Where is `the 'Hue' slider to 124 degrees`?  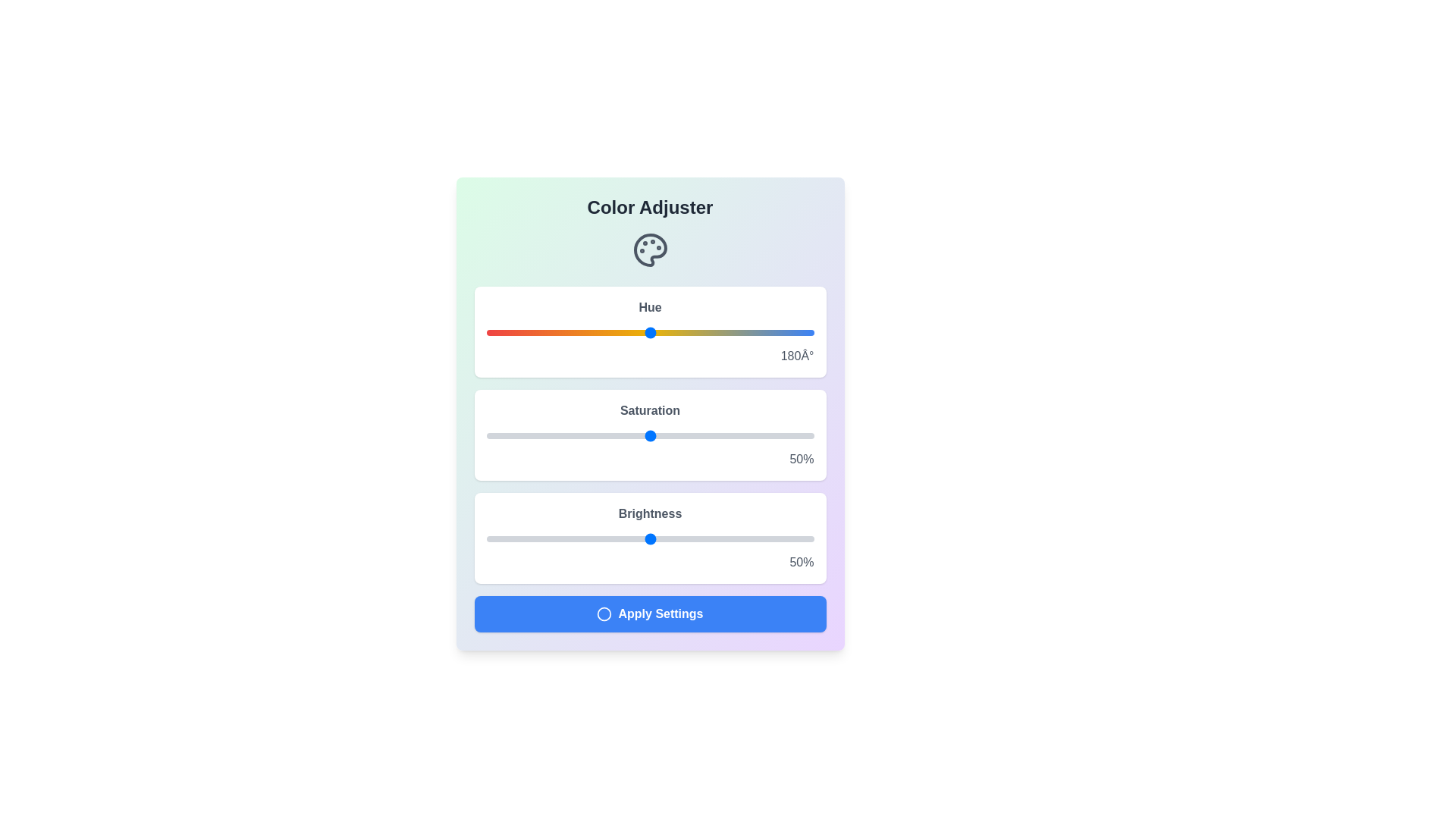 the 'Hue' slider to 124 degrees is located at coordinates (598, 332).